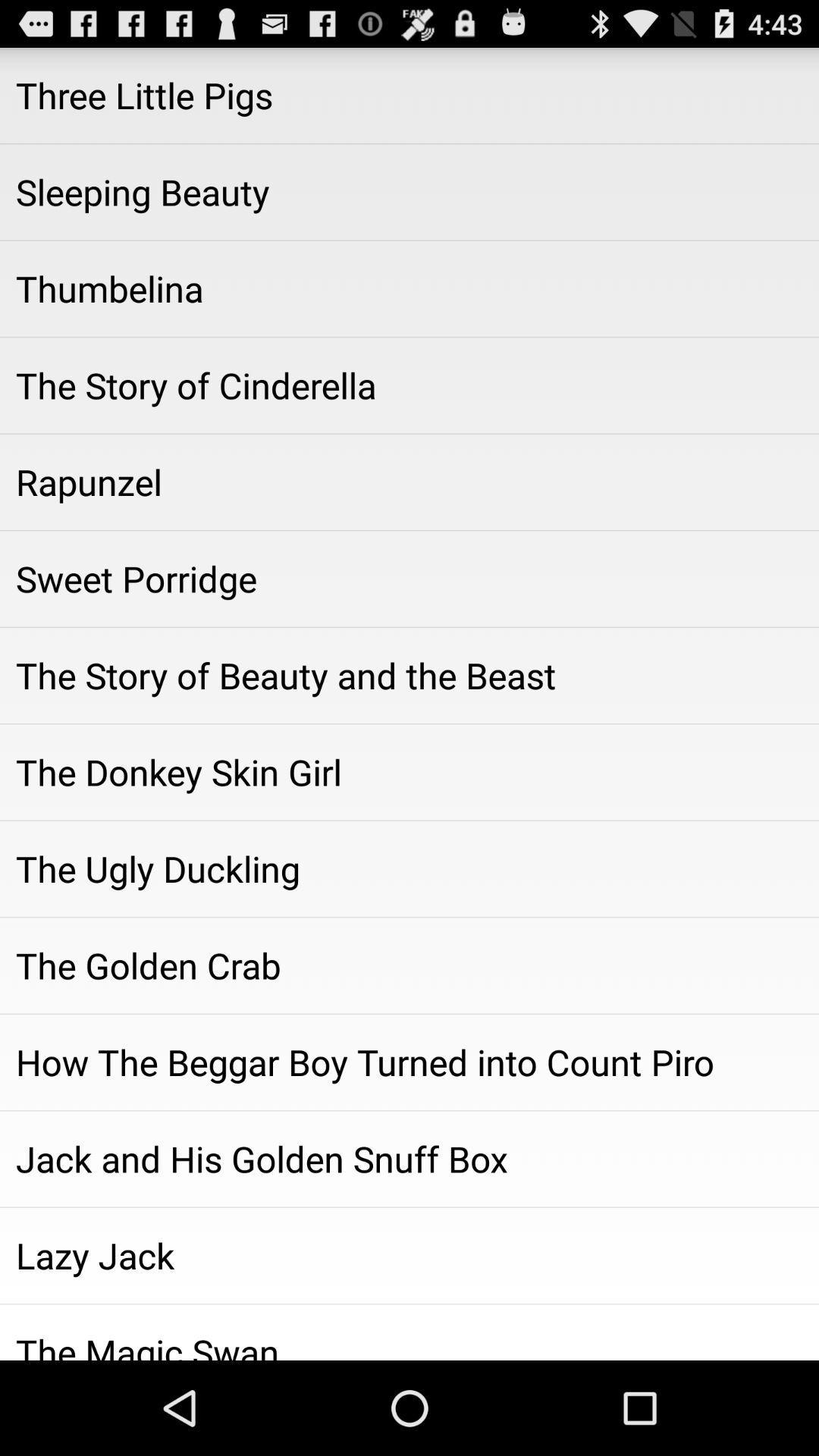 The width and height of the screenshot is (819, 1456). What do you see at coordinates (409, 288) in the screenshot?
I see `item below the sleeping beauty` at bounding box center [409, 288].